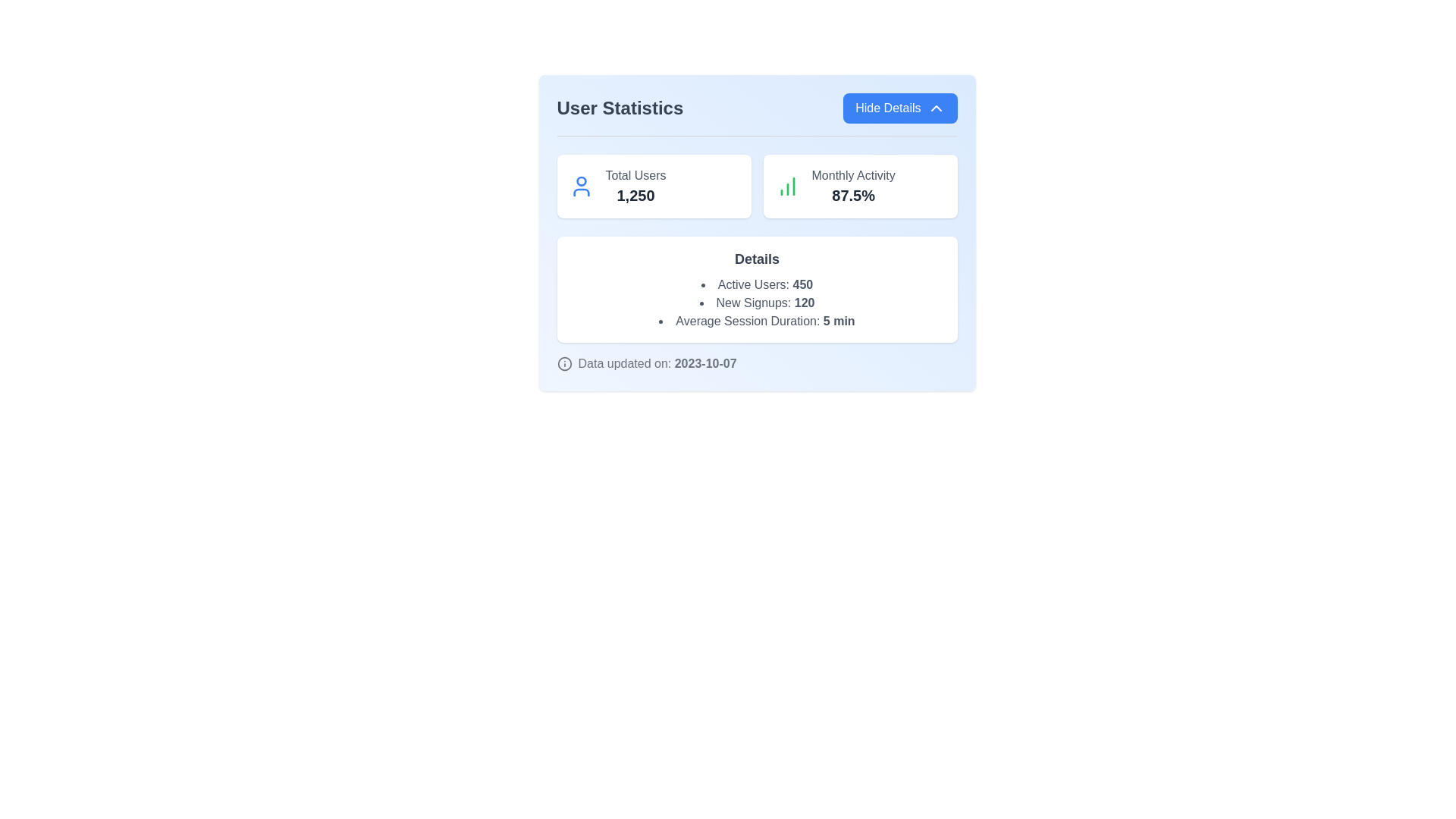 Image resolution: width=1456 pixels, height=819 pixels. What do you see at coordinates (757, 303) in the screenshot?
I see `the static text element that displays the count of new user signups, specifically the entry showing '120' in the 'Details' statistics list` at bounding box center [757, 303].